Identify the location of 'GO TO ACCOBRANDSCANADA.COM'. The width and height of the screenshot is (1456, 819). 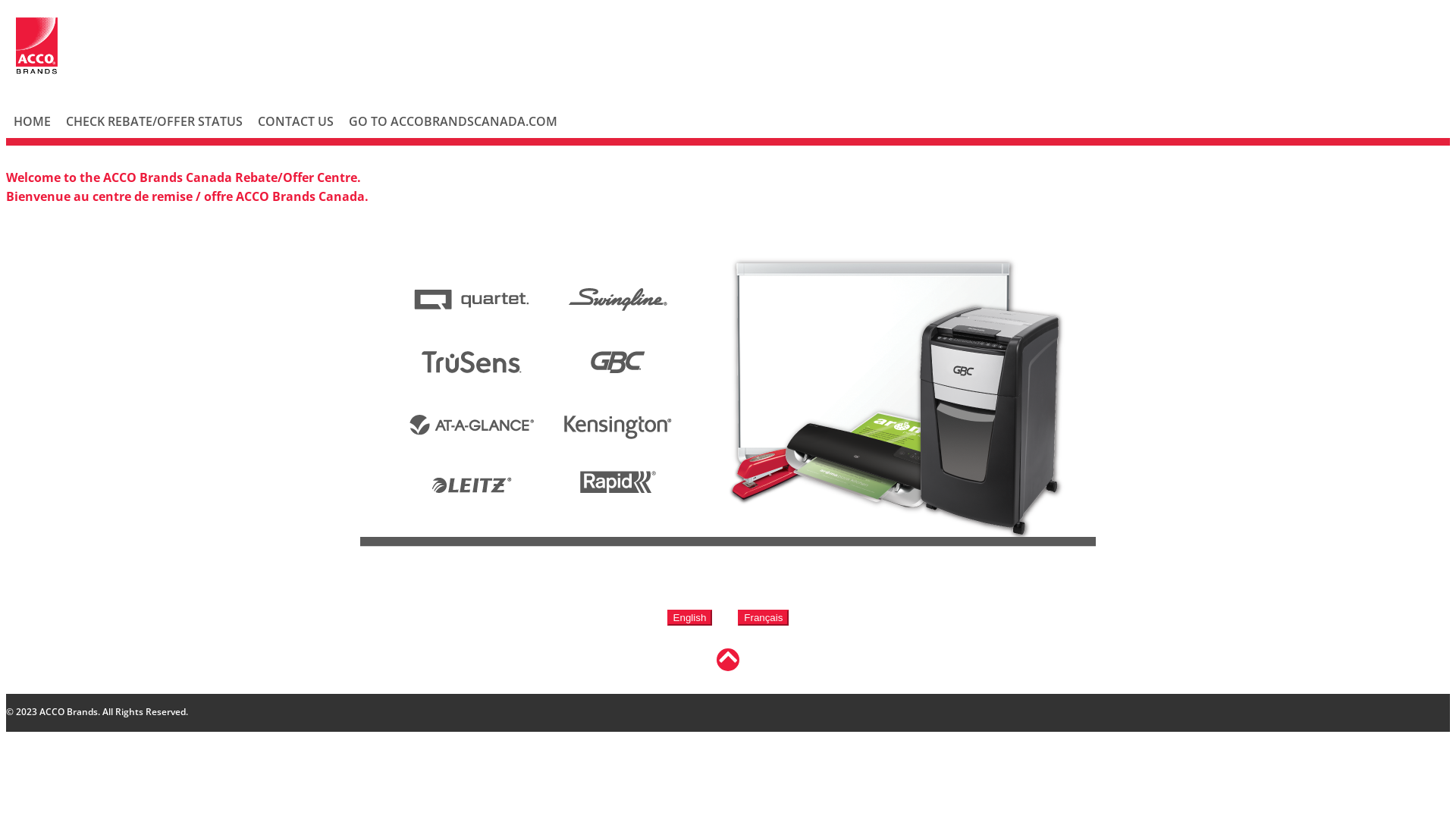
(452, 120).